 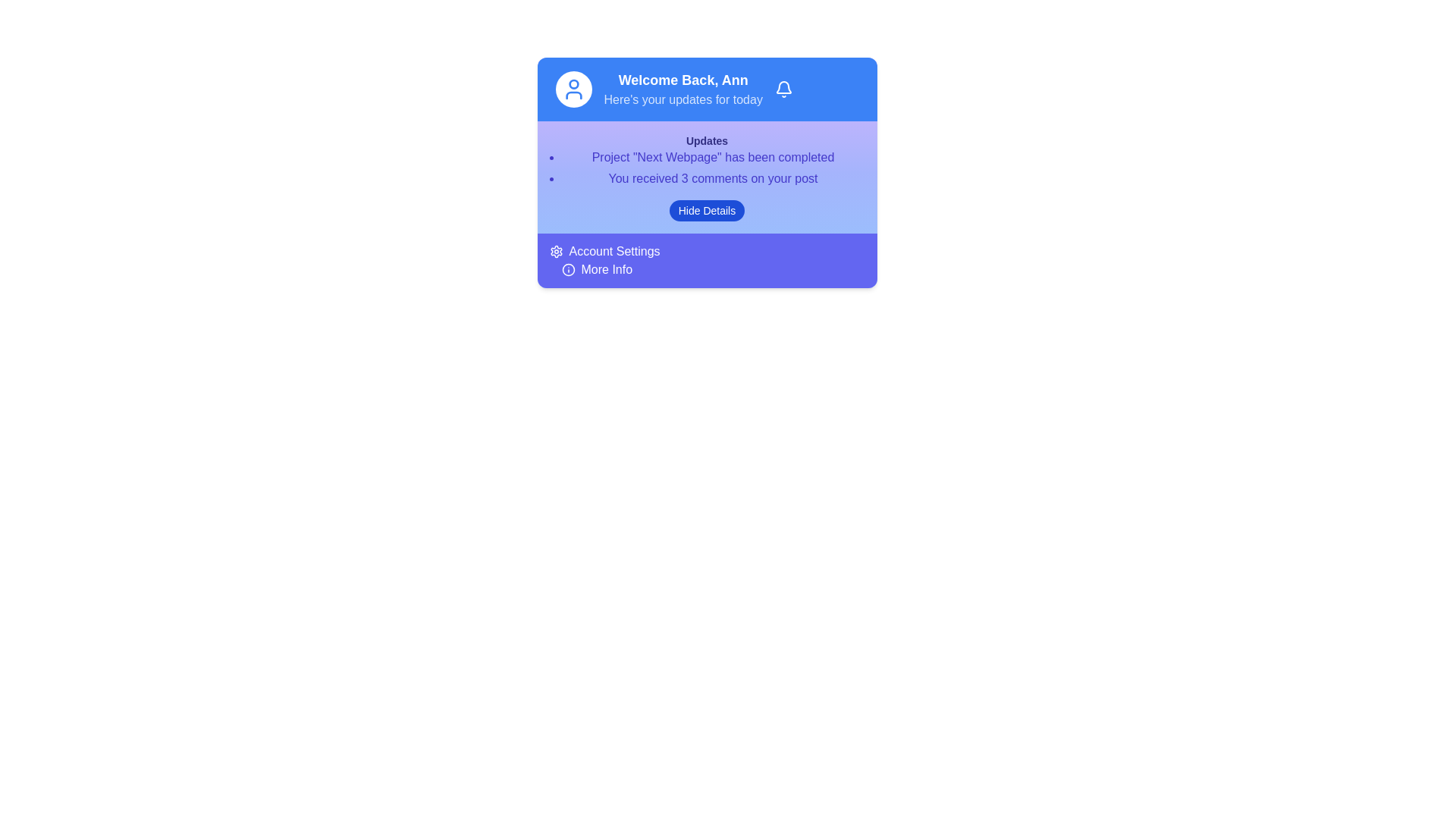 I want to click on the greeting message Textual Display located at the top-center of the card component, positioned between the profile icon and the notification bell icon, so click(x=682, y=89).